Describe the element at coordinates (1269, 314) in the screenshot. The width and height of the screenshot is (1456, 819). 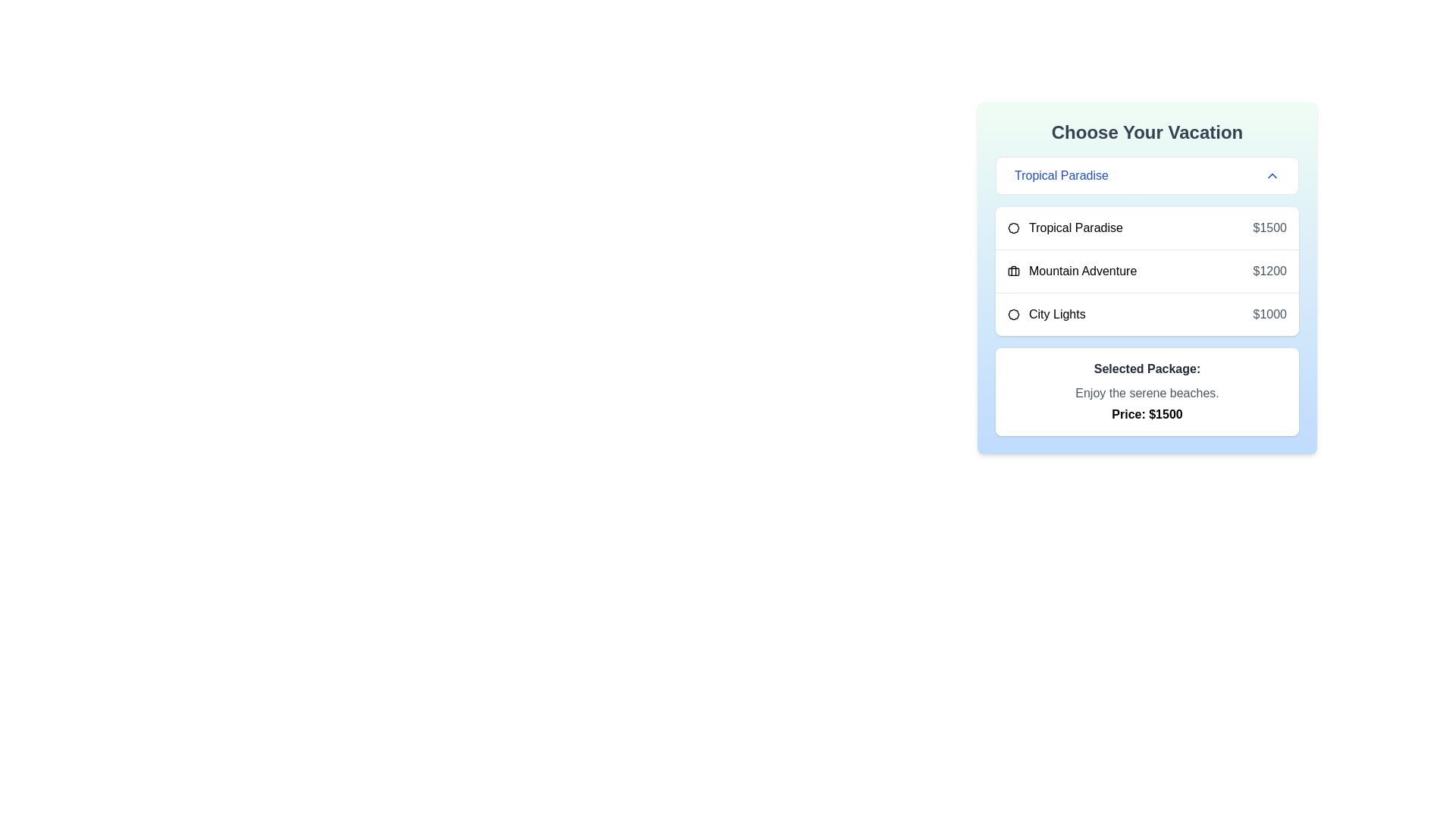
I see `the text element displaying the value '$1000', which is positioned to the right of the 'City Lights' label in the vacation packages list` at that location.